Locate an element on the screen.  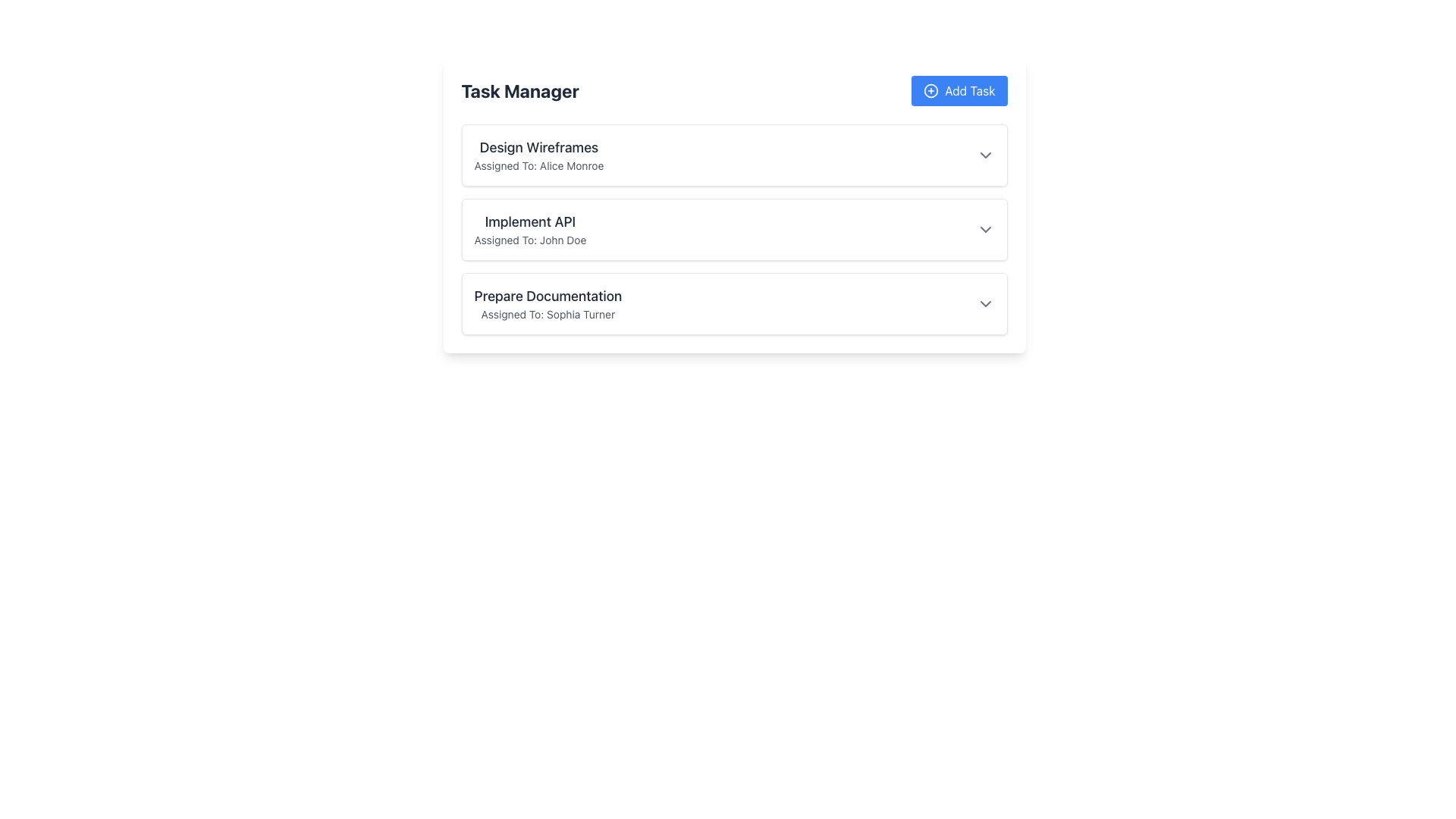
the 'Add Task' button, which is a rectangular blue button with white text and a plus icon, located in the right segment of the horizontal bar at the top of the interface is located at coordinates (959, 90).